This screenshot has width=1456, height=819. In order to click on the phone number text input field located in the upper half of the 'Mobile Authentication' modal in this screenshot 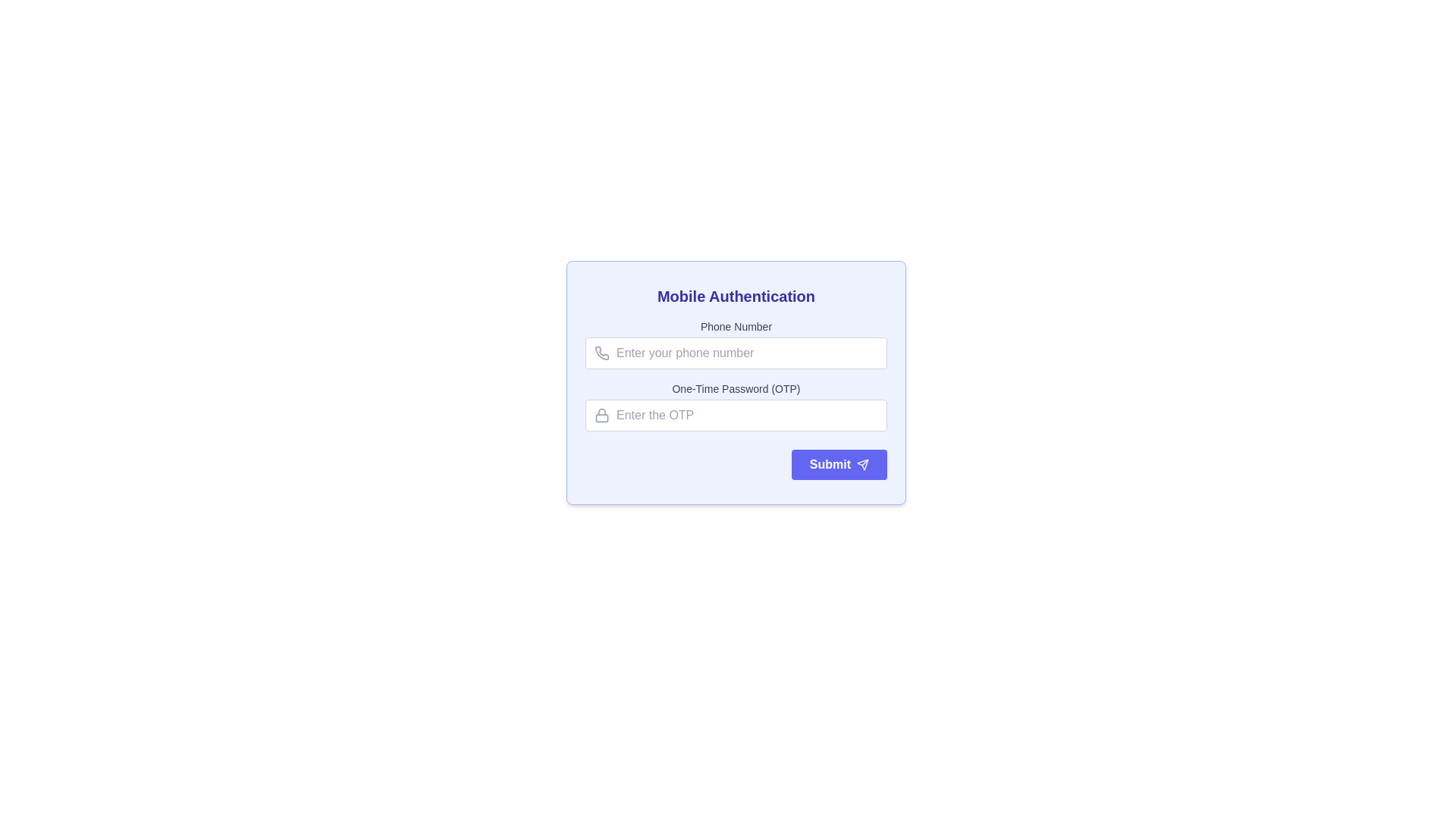, I will do `click(736, 353)`.